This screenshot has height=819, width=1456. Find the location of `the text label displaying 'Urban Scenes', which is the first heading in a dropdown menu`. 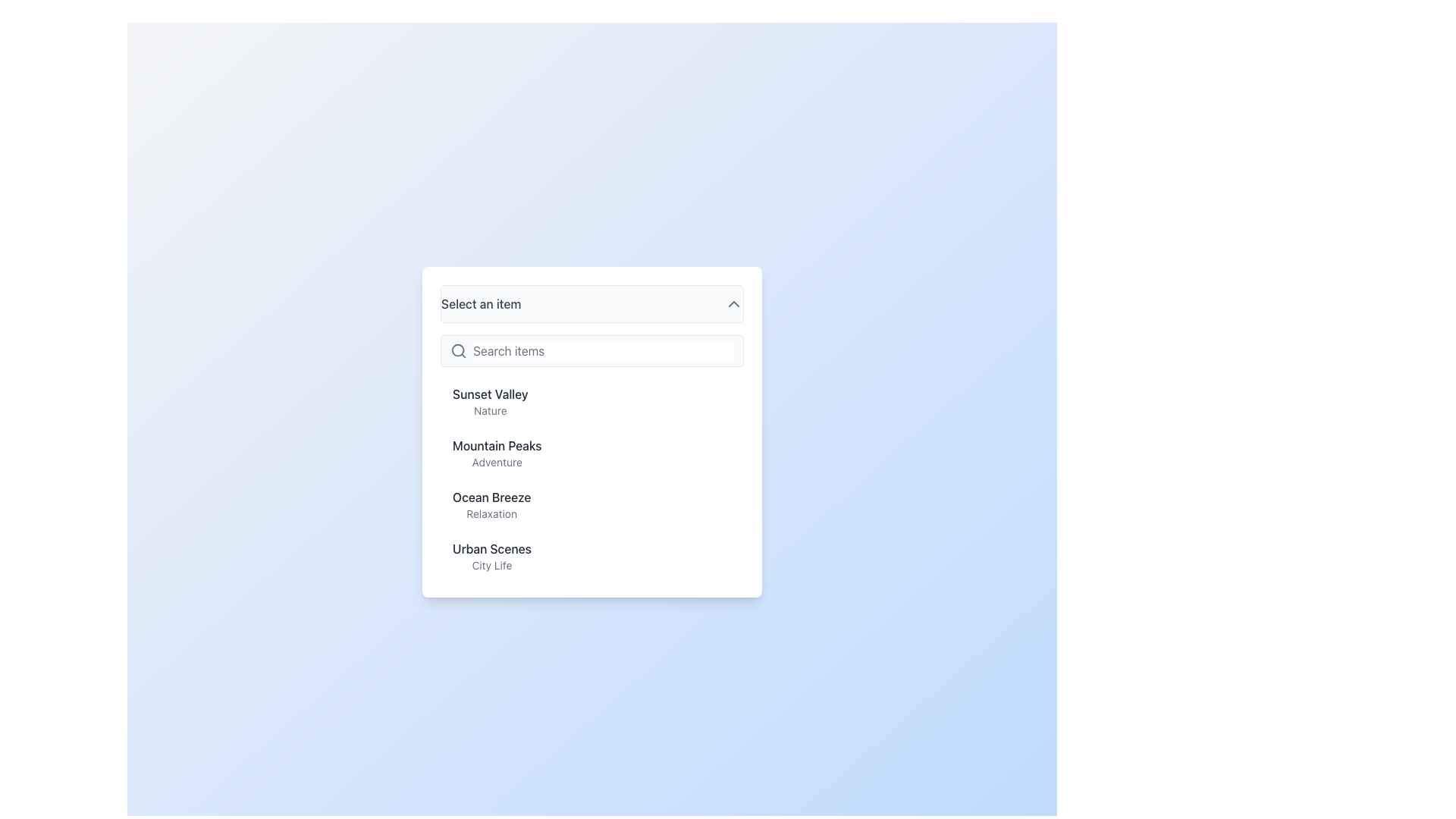

the text label displaying 'Urban Scenes', which is the first heading in a dropdown menu is located at coordinates (491, 549).